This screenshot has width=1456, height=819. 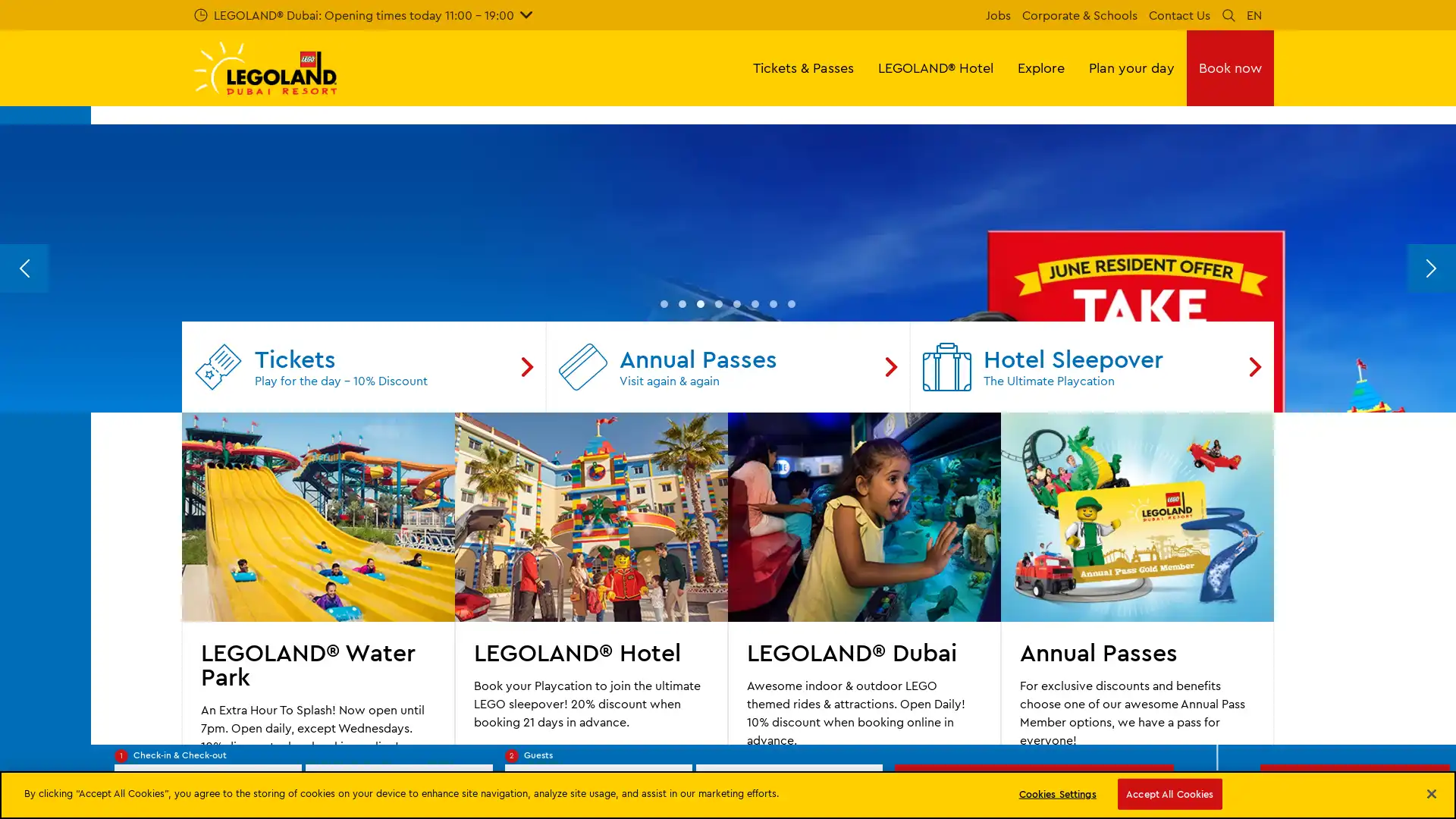 What do you see at coordinates (934, 67) in the screenshot?
I see `LEGOLAND Hotel` at bounding box center [934, 67].